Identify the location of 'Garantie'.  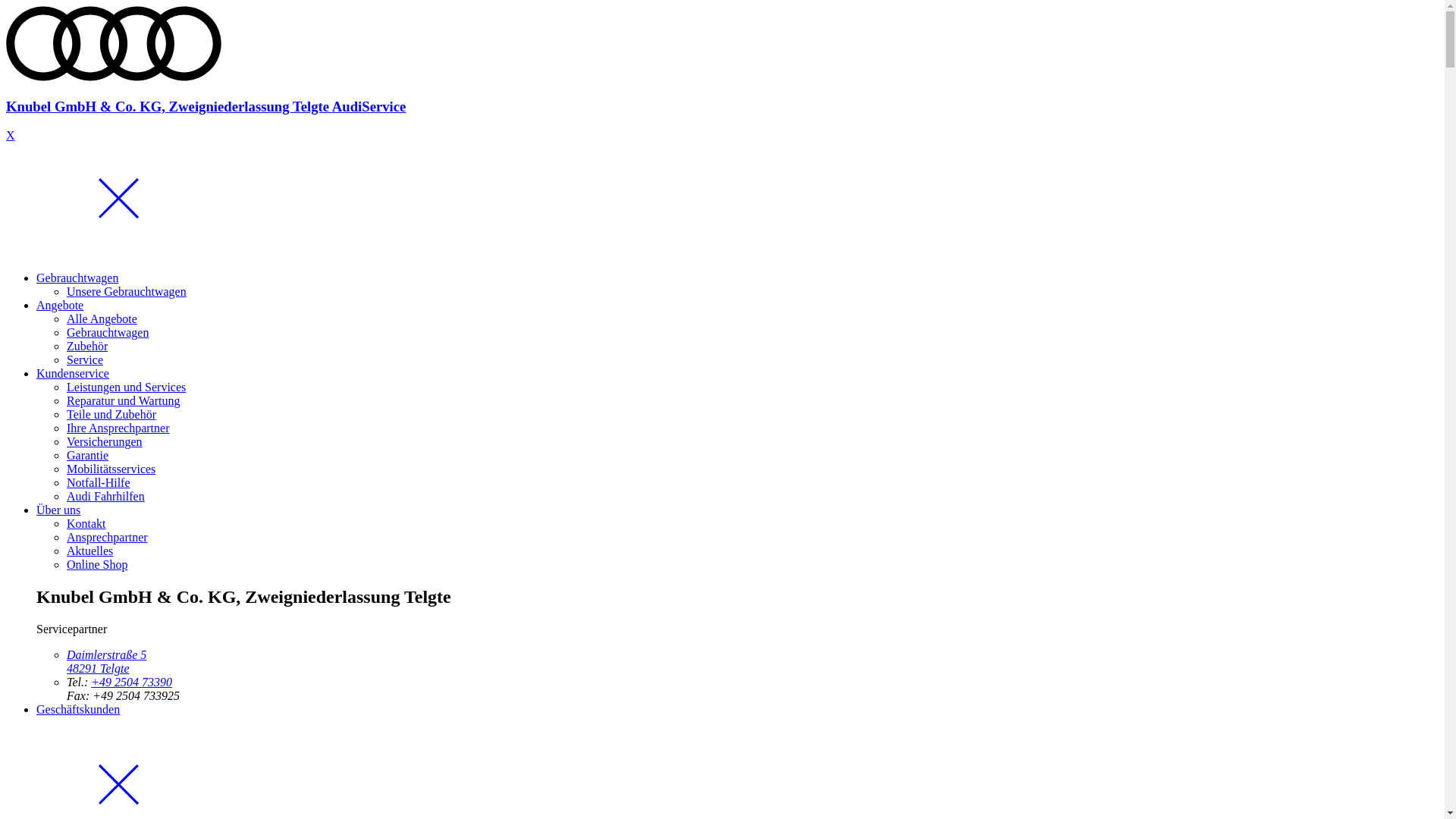
(86, 454).